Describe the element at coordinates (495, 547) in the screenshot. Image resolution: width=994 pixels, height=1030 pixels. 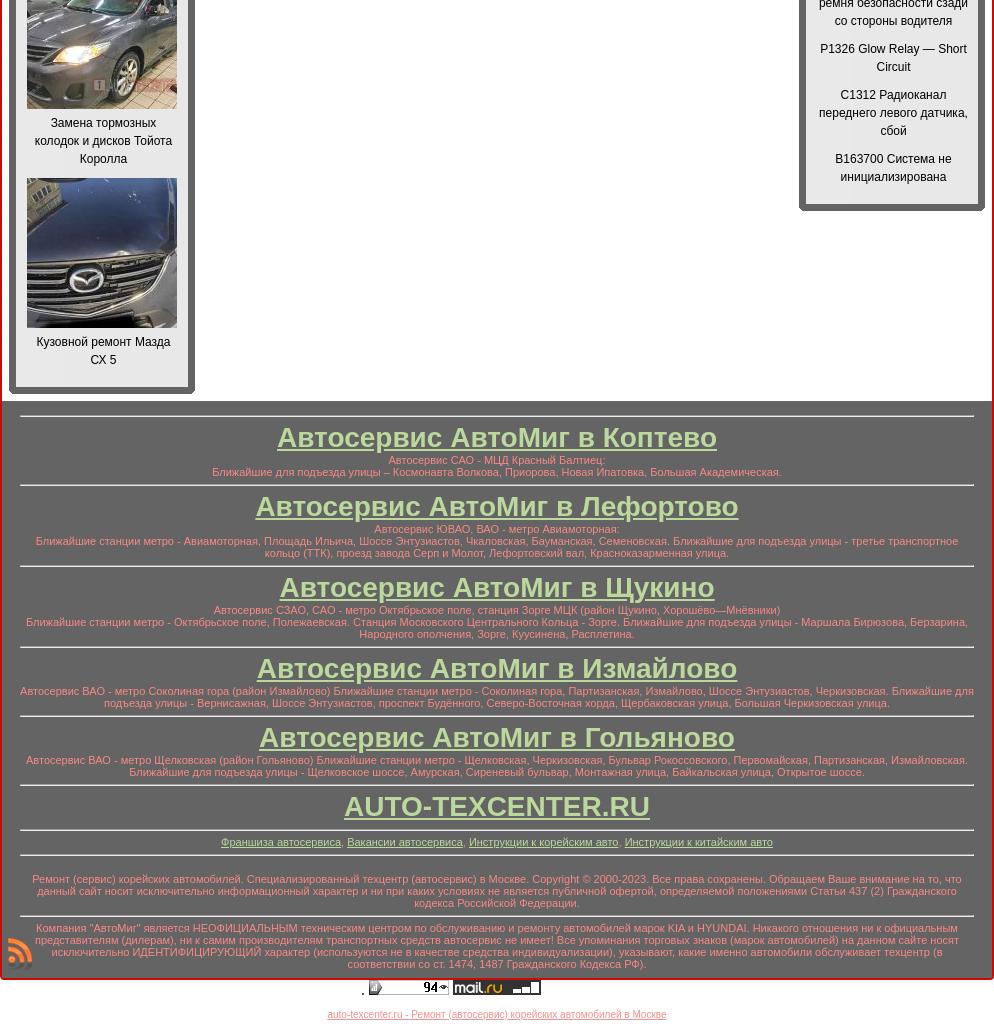
I see `'Ближайшие станции метро - Авиамоторная, Площадь Ильича, Шоссе Энтузиастов, Чкаловская, Бауманская, Семеновская. Ближайшие для подъезда улицы - третье транспортное кольцо (ТТК), проезд завода Серп и Молот, Лефортовский вал, Красноказарменная улица.'` at that location.